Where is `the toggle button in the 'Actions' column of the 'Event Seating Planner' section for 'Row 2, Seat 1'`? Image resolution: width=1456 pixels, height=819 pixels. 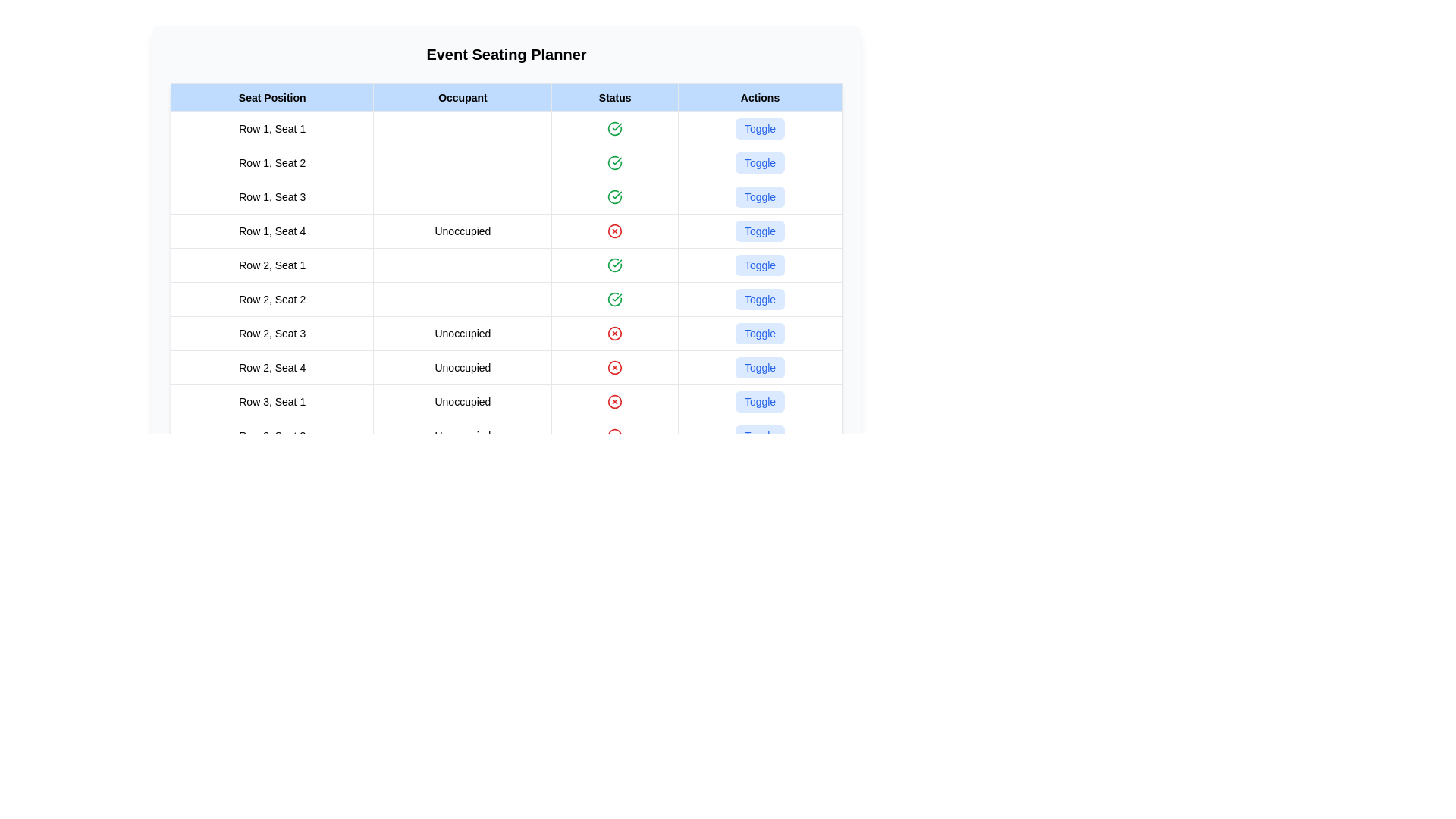
the toggle button in the 'Actions' column of the 'Event Seating Planner' section for 'Row 2, Seat 1' is located at coordinates (760, 265).